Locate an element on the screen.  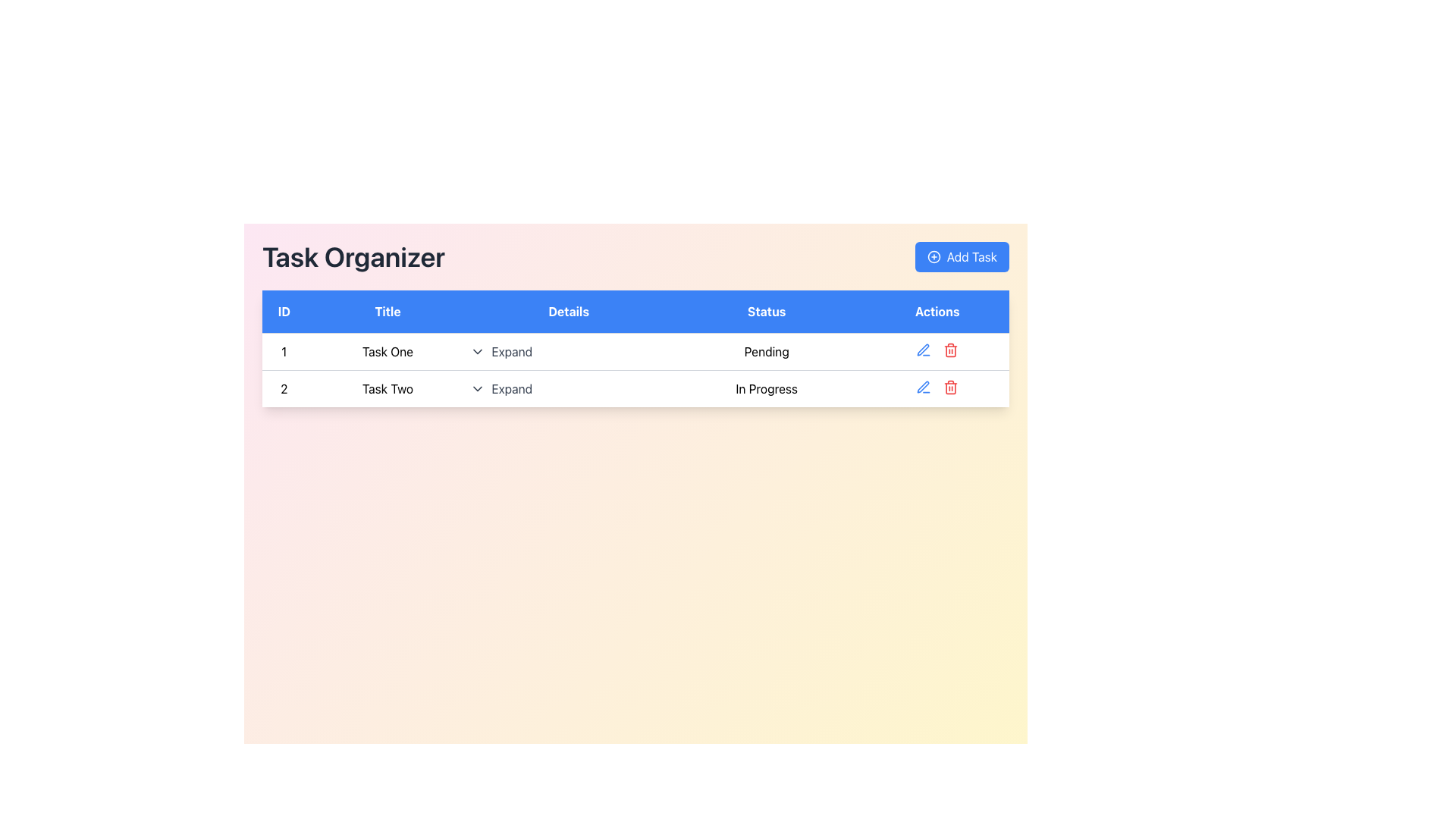
the Text Label indicating the current task status, which is set to 'Pending', located in the 'Status' column of the first row in the table is located at coordinates (767, 351).